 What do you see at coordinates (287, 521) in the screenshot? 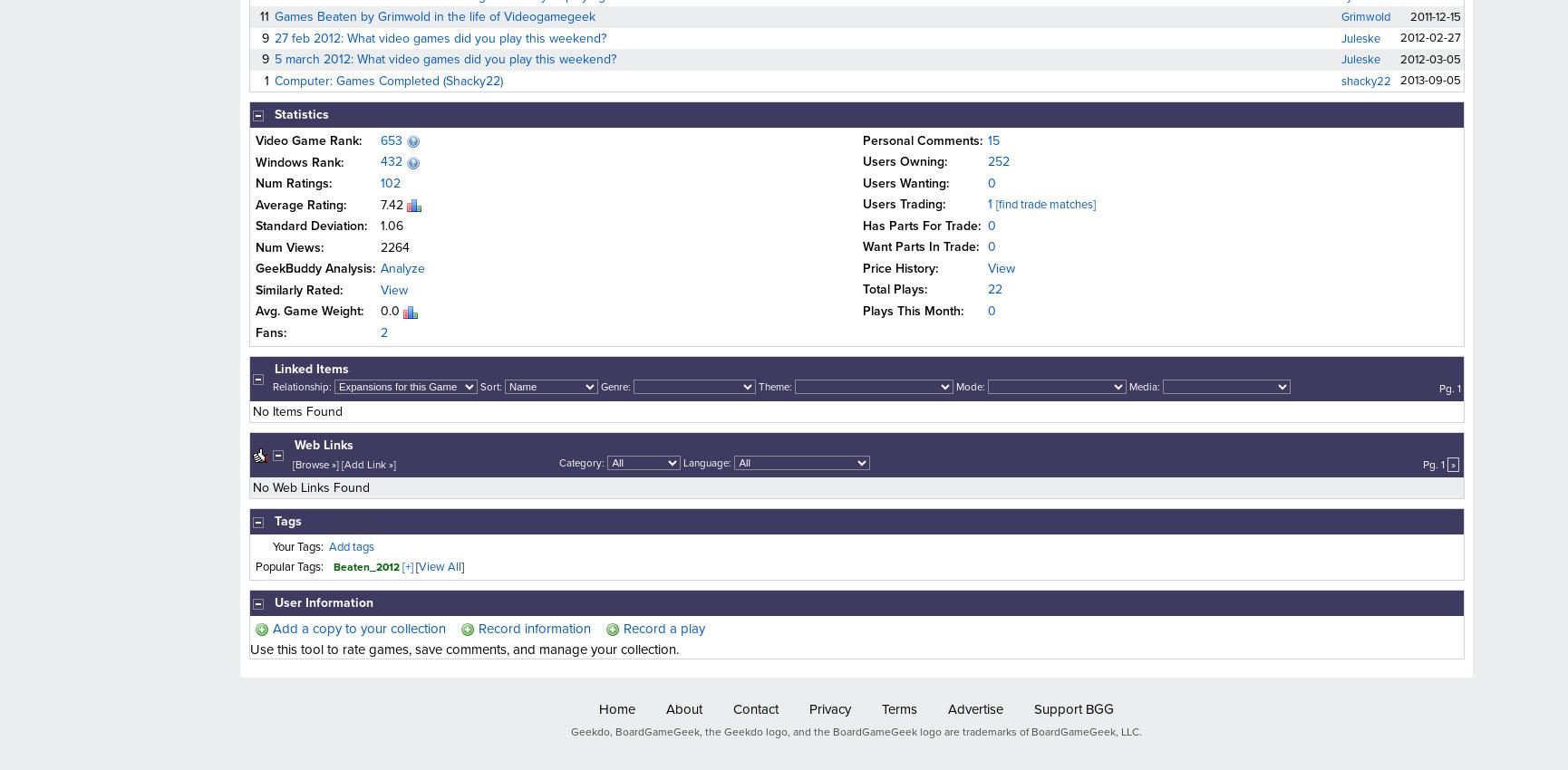
I see `'Tags'` at bounding box center [287, 521].